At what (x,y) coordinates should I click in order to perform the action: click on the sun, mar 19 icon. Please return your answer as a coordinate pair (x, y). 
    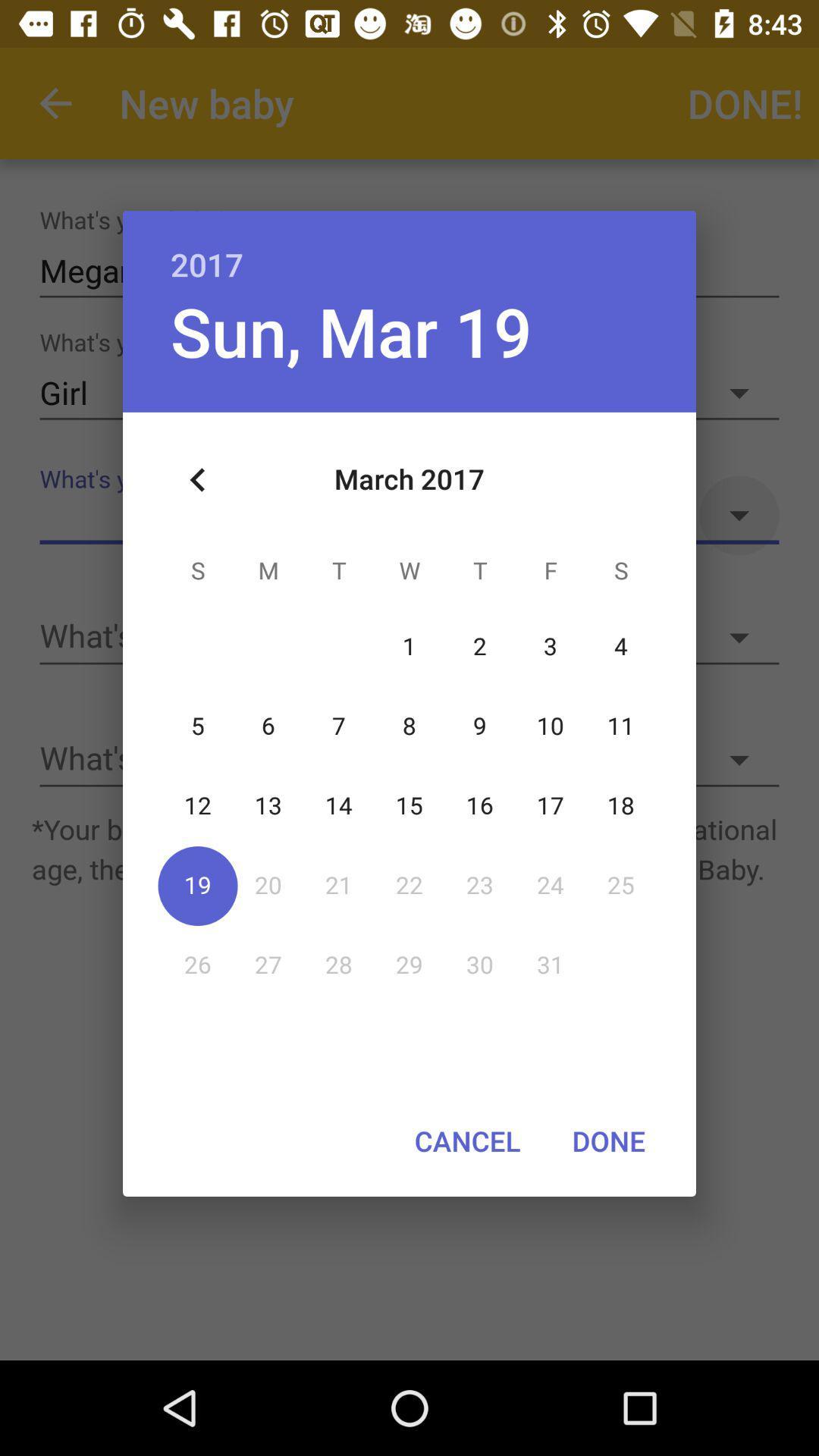
    Looking at the image, I should click on (351, 330).